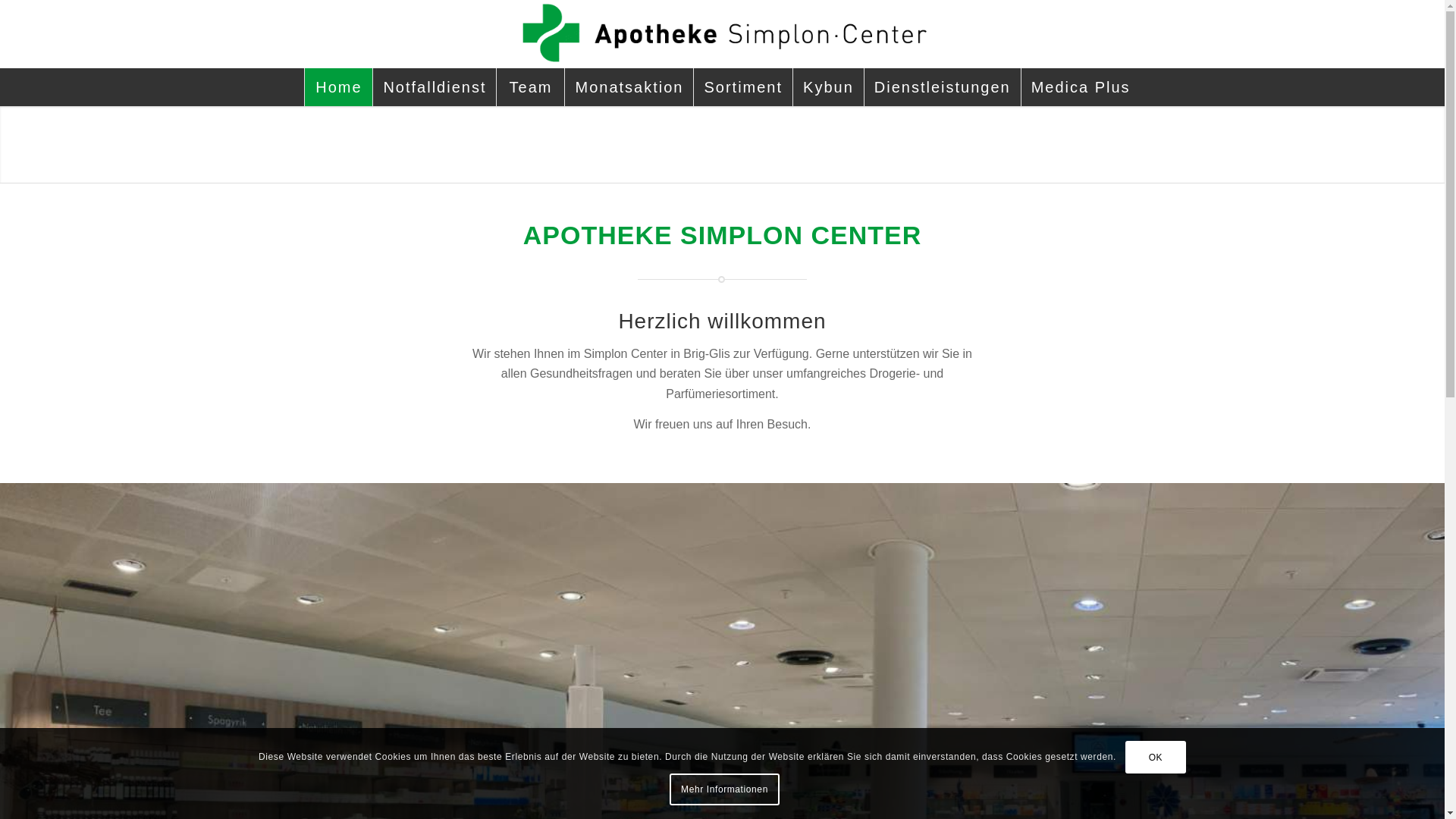 The image size is (1456, 819). I want to click on 'Home', so click(303, 87).